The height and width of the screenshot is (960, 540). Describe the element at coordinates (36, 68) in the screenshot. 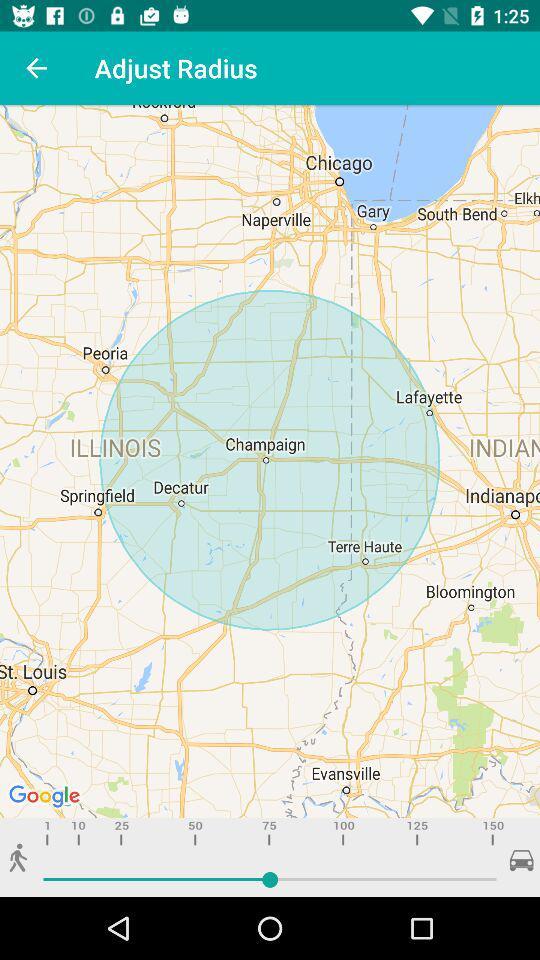

I see `icon next to adjust radius item` at that location.